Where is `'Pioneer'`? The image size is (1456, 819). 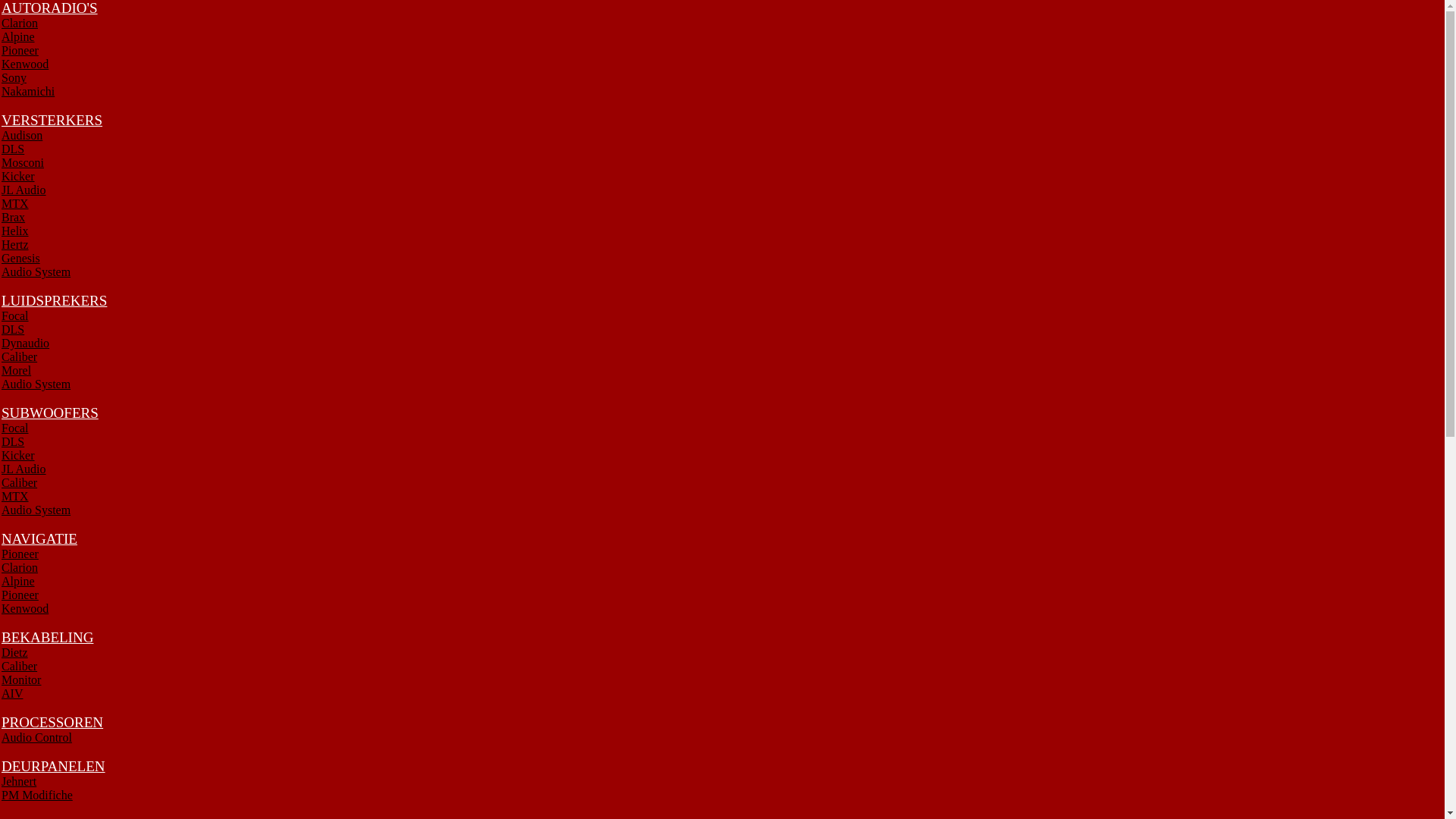
'Pioneer' is located at coordinates (20, 554).